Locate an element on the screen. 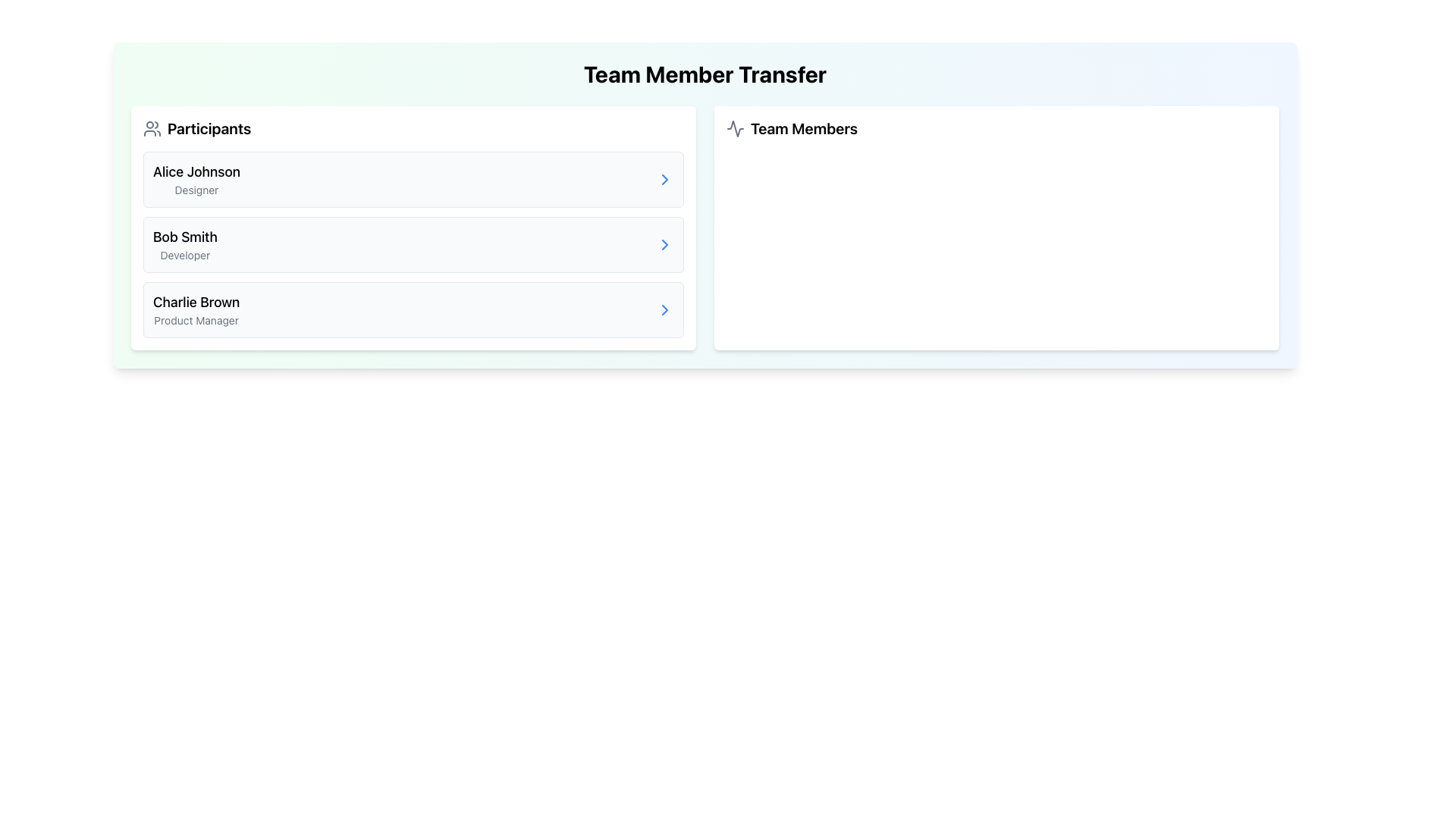 The image size is (1456, 819). the user group icon featuring stylized human figures, located to the left of the 'Participants' text in the 'Participants' card is located at coordinates (152, 127).